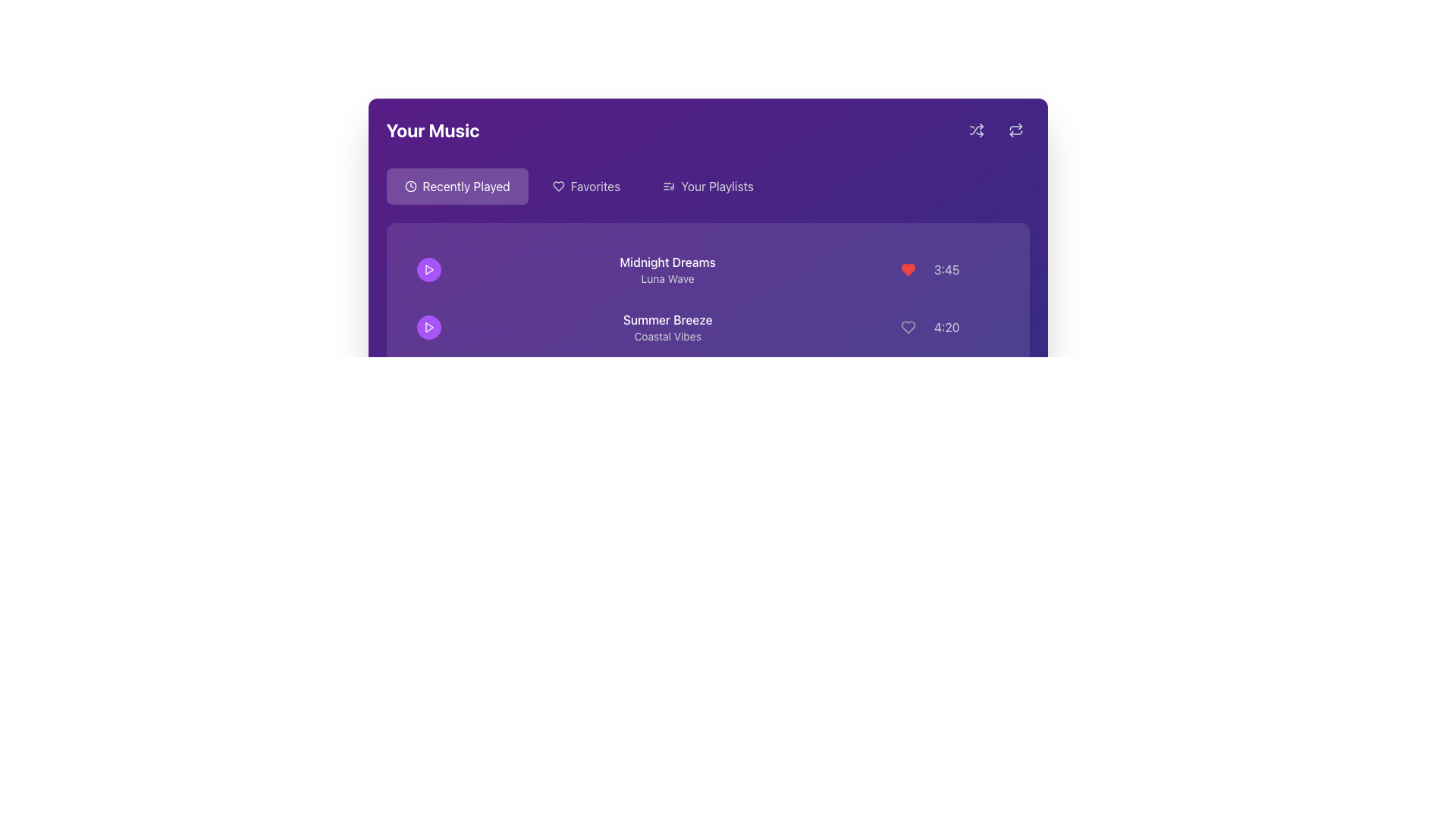 Image resolution: width=1456 pixels, height=819 pixels. Describe the element at coordinates (908, 268) in the screenshot. I see `the heart icon button for marking 'Midnight Dreams' as a favorite` at that location.